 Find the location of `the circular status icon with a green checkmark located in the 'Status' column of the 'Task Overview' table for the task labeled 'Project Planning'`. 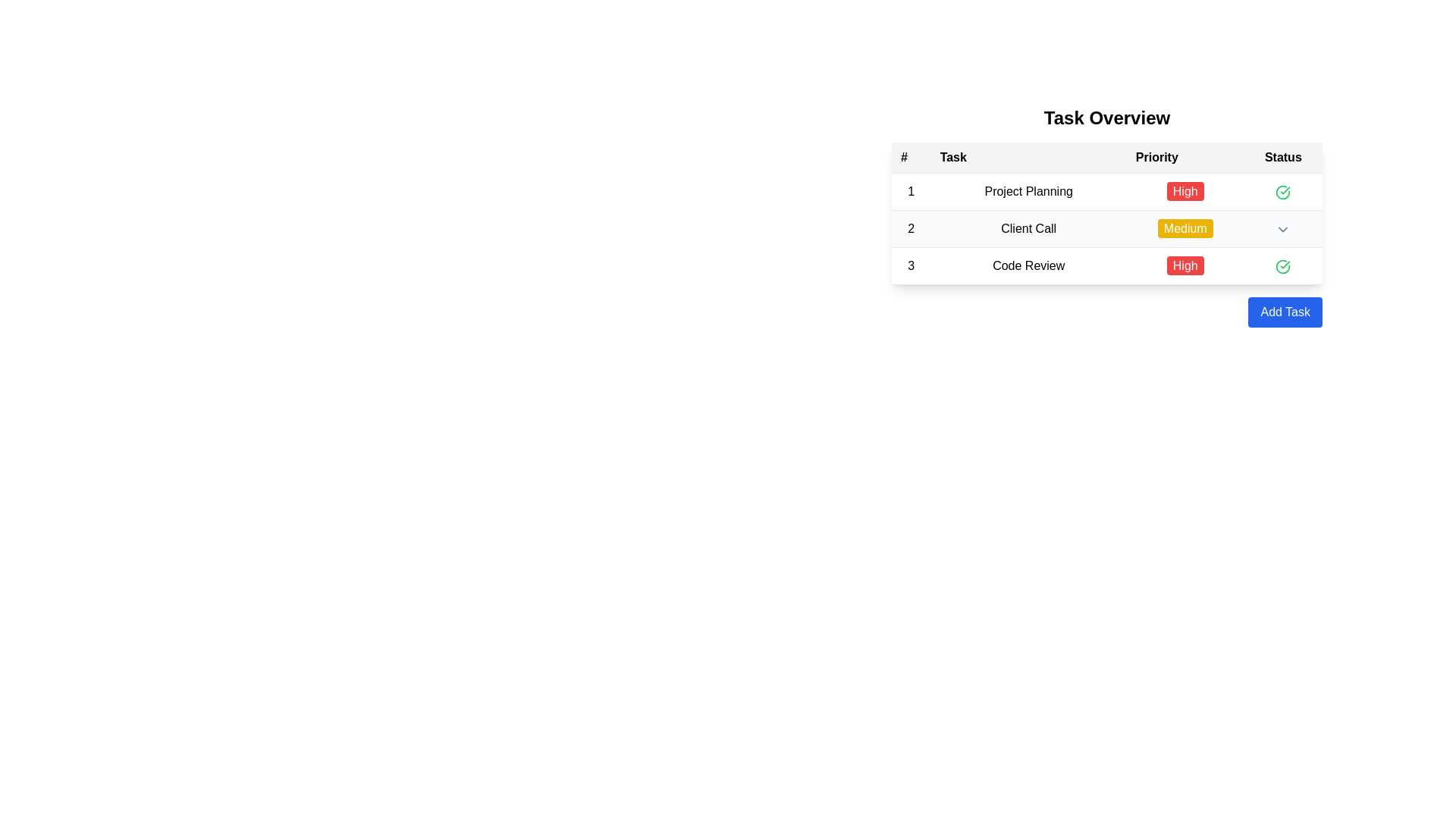

the circular status icon with a green checkmark located in the 'Status' column of the 'Task Overview' table for the task labeled 'Project Planning' is located at coordinates (1282, 191).